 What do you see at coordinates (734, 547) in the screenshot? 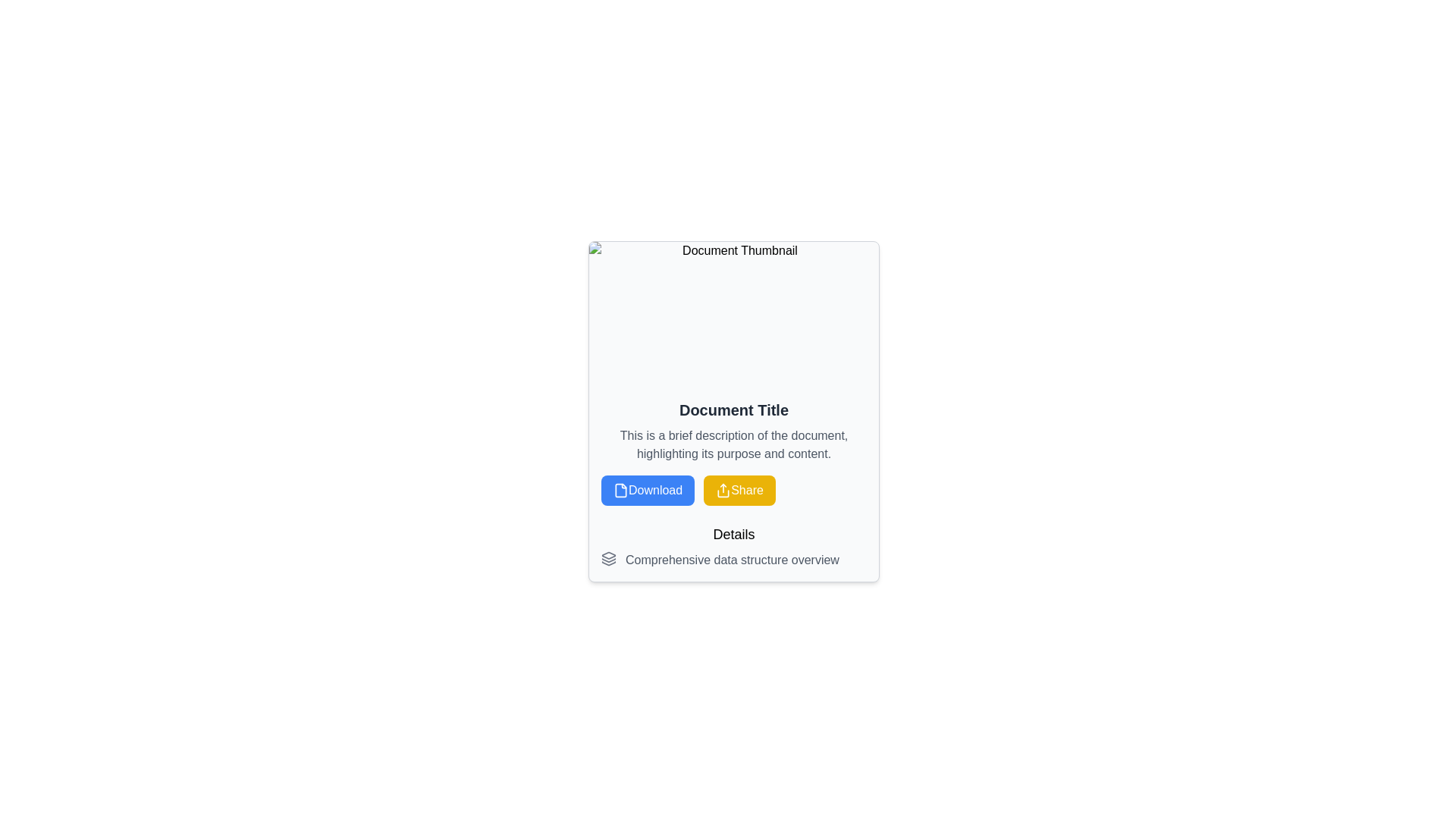
I see `the Text block with an icon located at the bottom section of the card, which is positioned below the 'Download' and 'Share' buttons` at bounding box center [734, 547].